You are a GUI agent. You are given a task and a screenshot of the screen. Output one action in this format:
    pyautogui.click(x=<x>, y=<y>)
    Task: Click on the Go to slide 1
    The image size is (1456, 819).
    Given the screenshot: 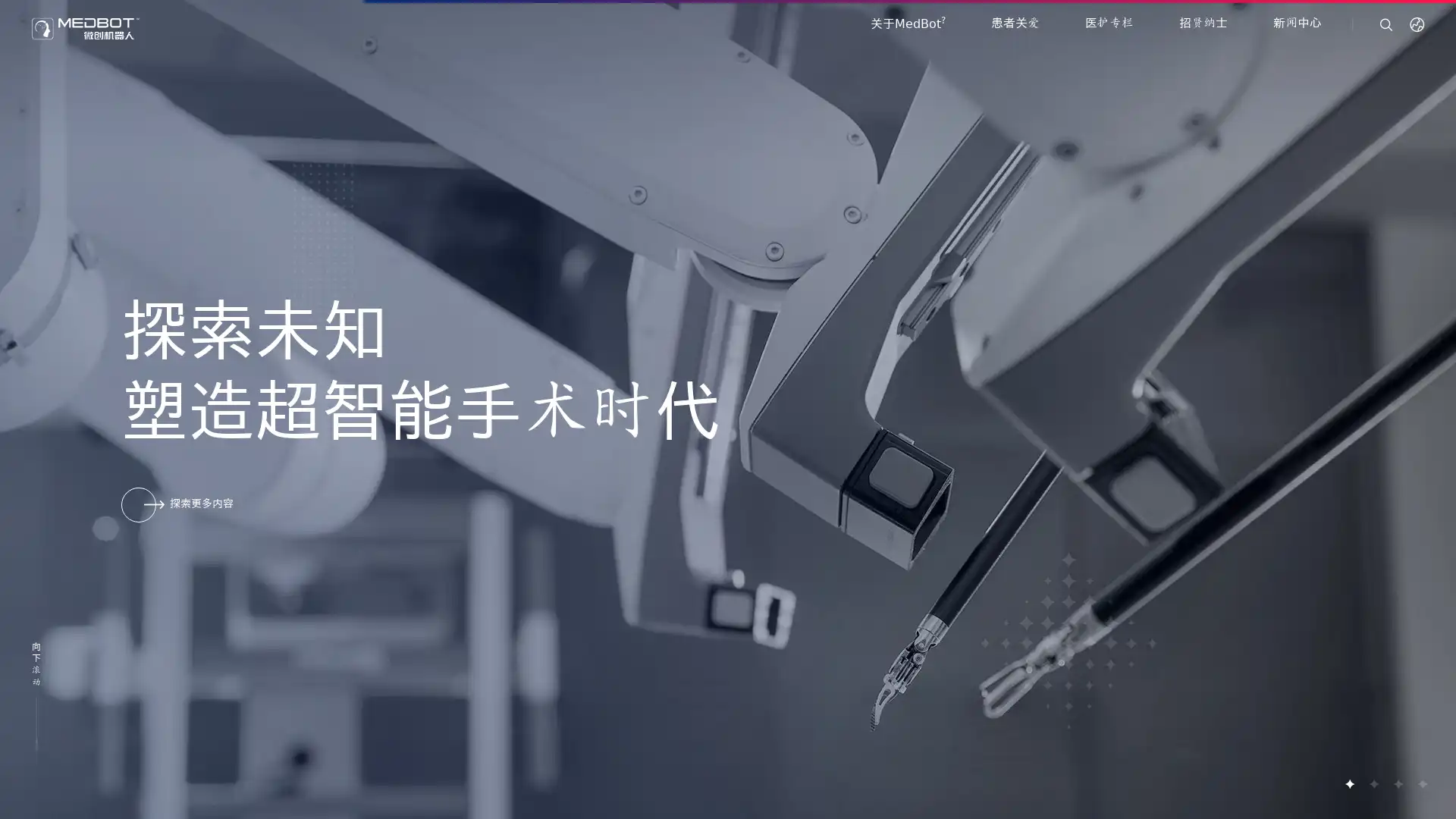 What is the action you would take?
    pyautogui.click(x=1349, y=783)
    